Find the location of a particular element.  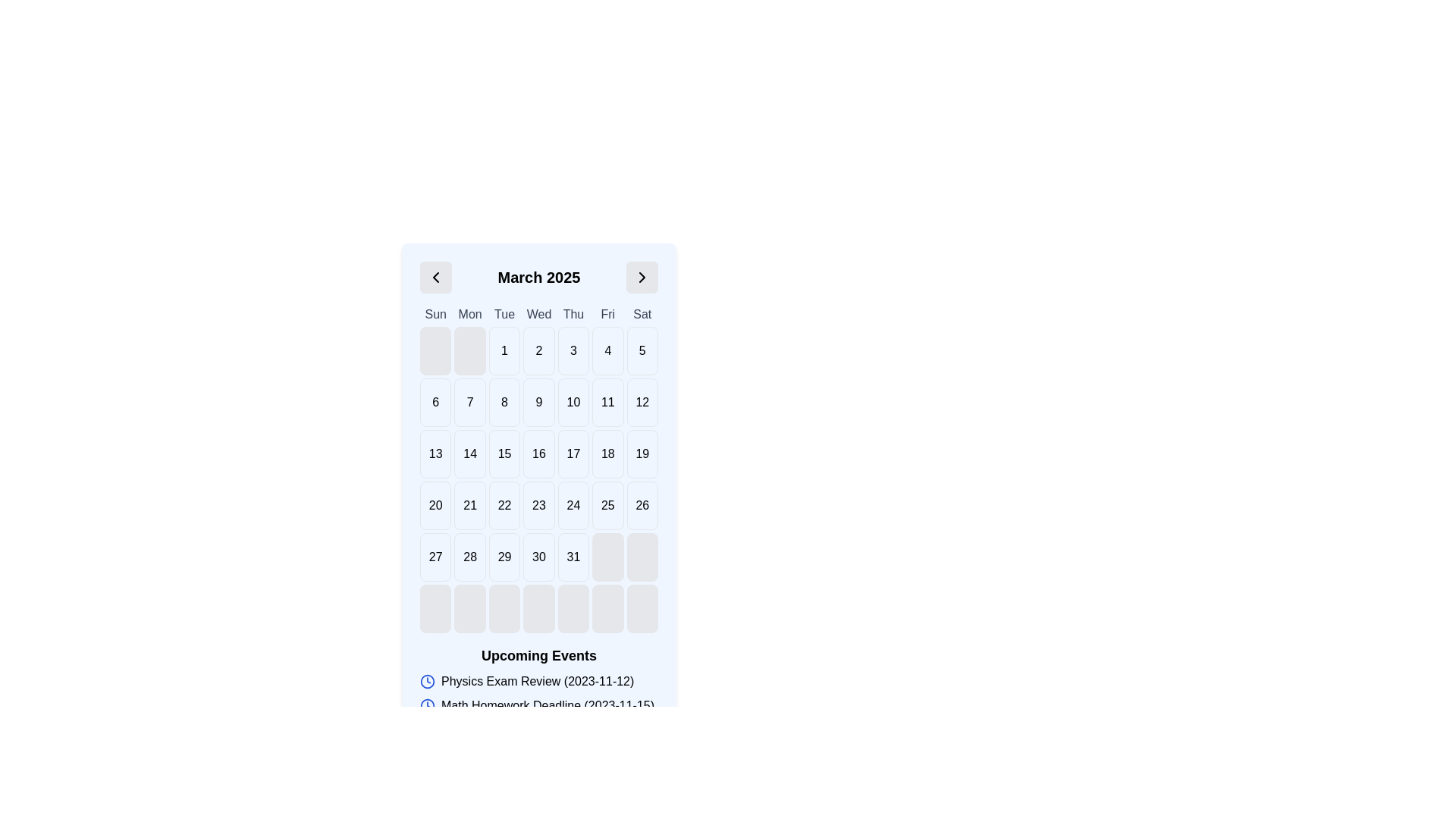

the selectable date button for the 15th day of March 2025 on the calendar interface is located at coordinates (504, 453).